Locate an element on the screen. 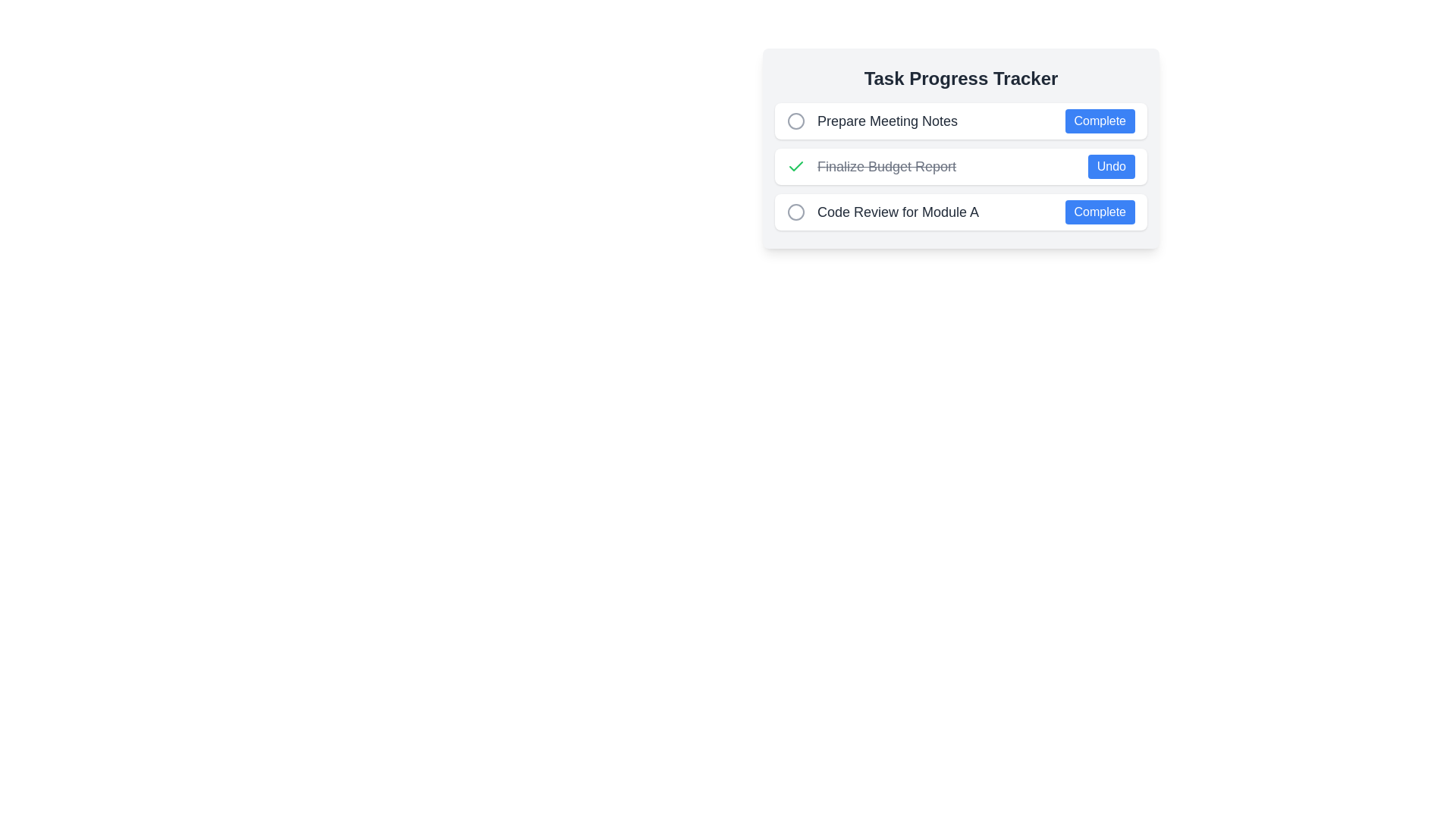 The height and width of the screenshot is (819, 1456). the light gray outlined circle adjacent to the text 'Code Review for Module A' in the task progress tracker is located at coordinates (795, 212).